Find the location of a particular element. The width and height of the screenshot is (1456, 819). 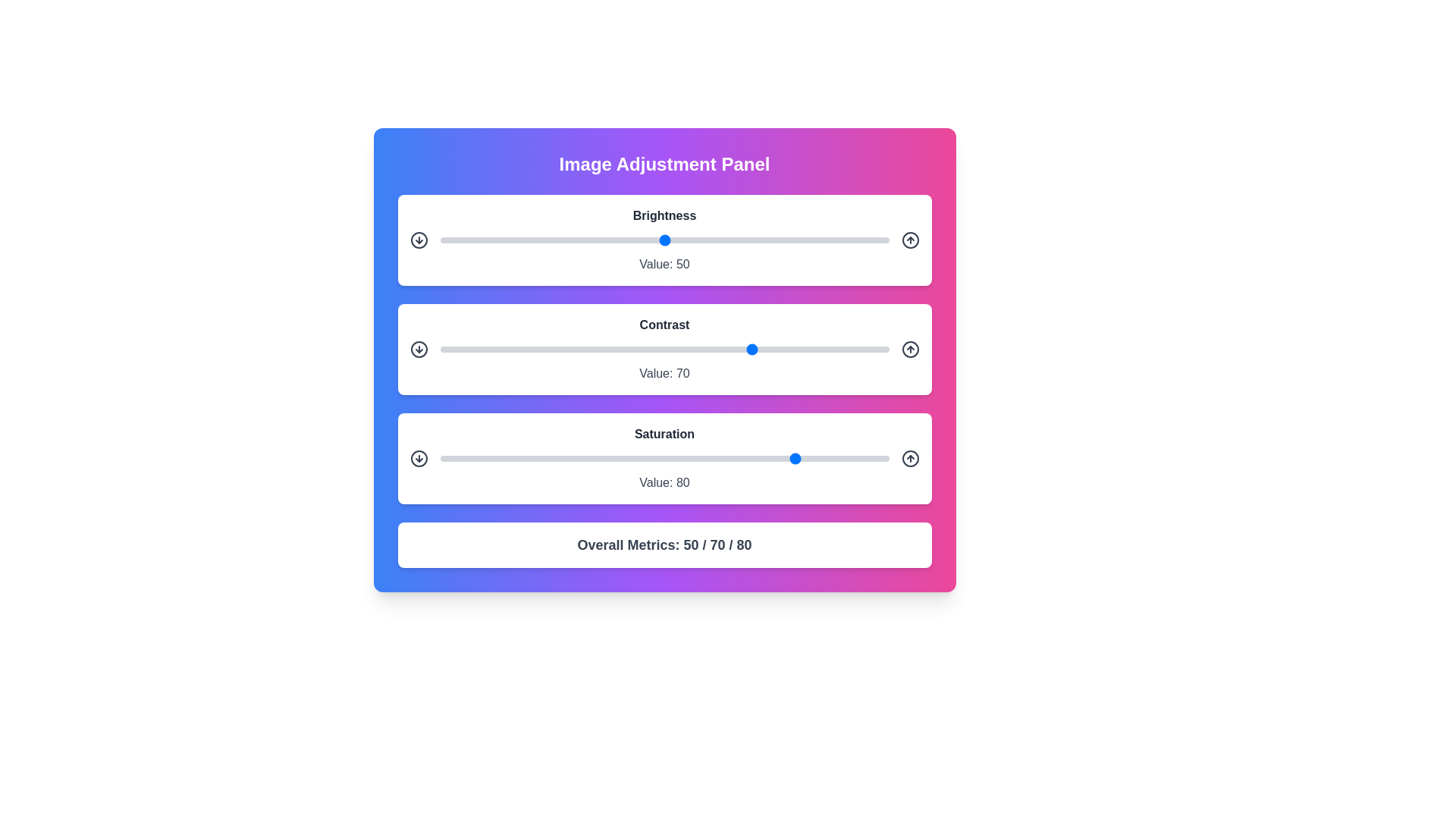

saturation is located at coordinates (749, 458).